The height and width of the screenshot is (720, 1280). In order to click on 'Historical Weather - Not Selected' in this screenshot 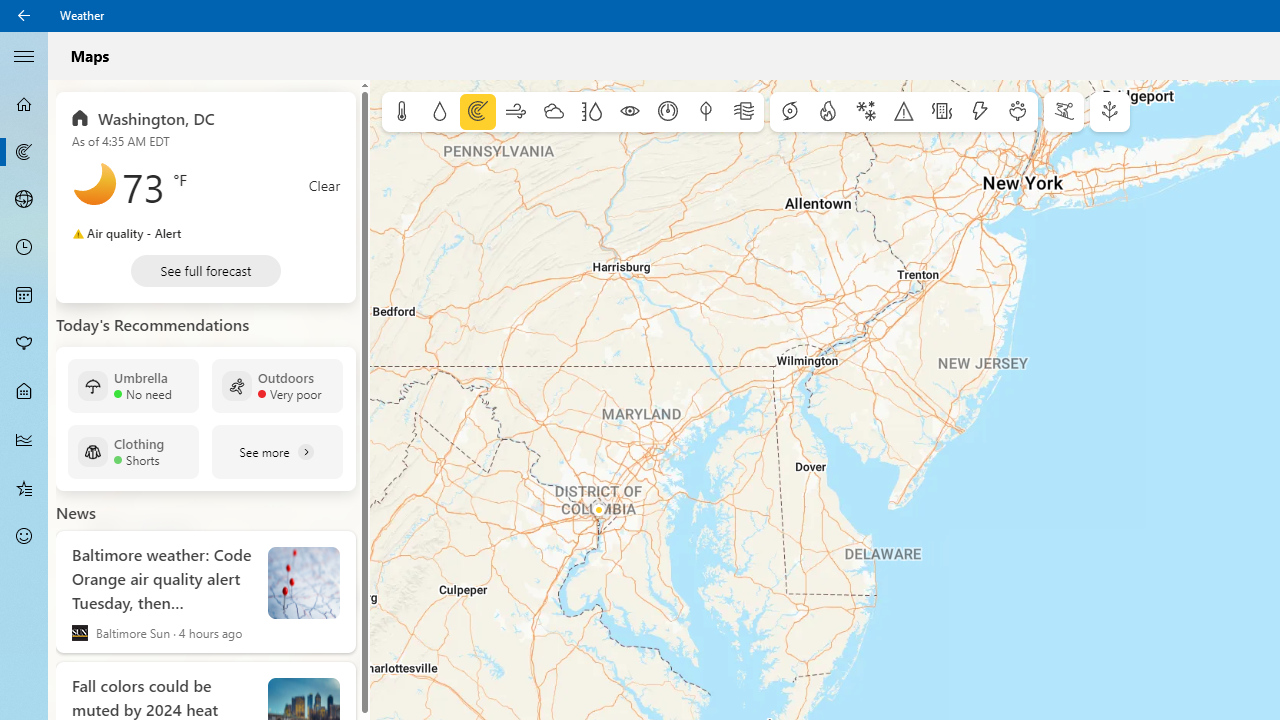, I will do `click(24, 438)`.